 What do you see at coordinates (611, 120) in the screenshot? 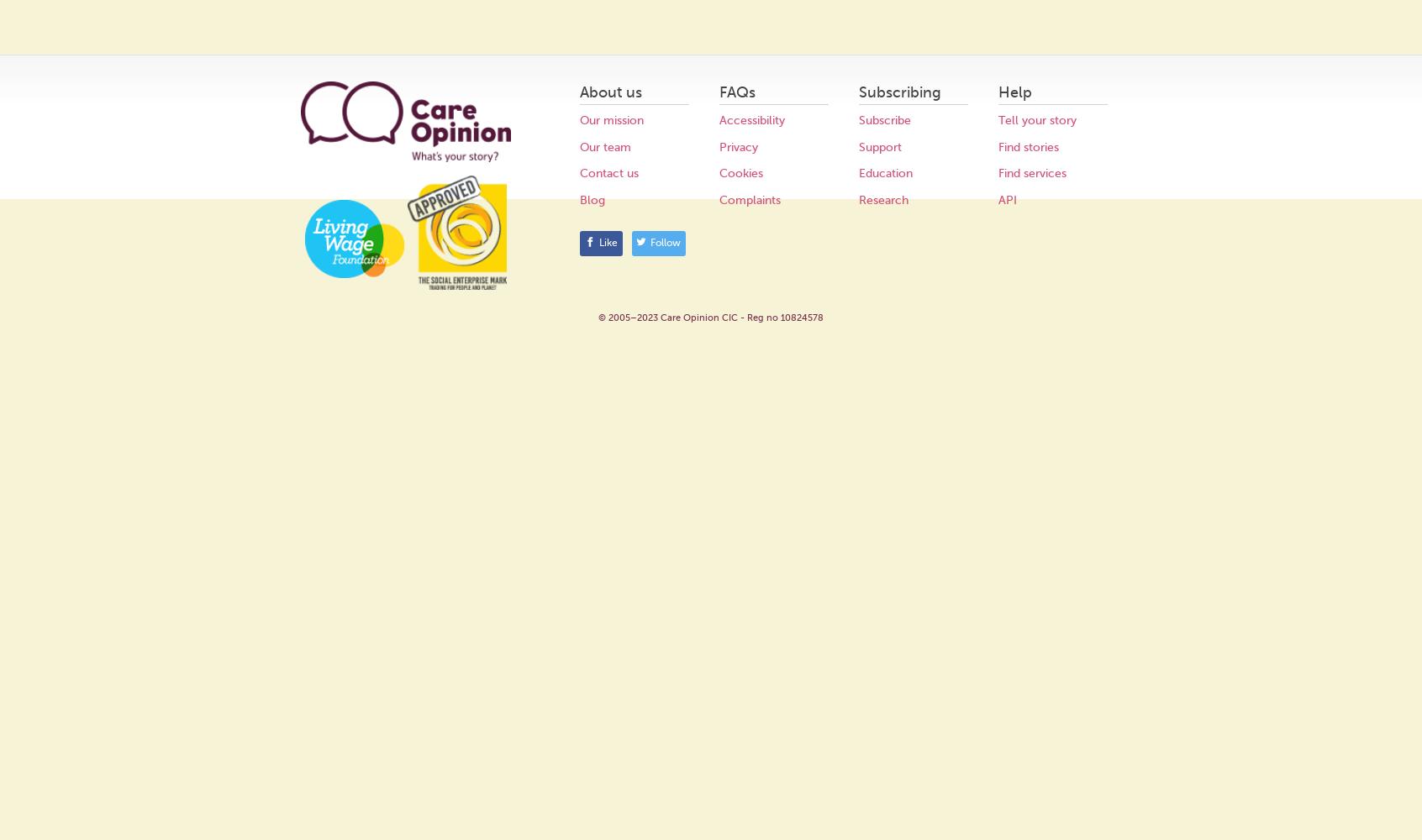
I see `'Our mission'` at bounding box center [611, 120].